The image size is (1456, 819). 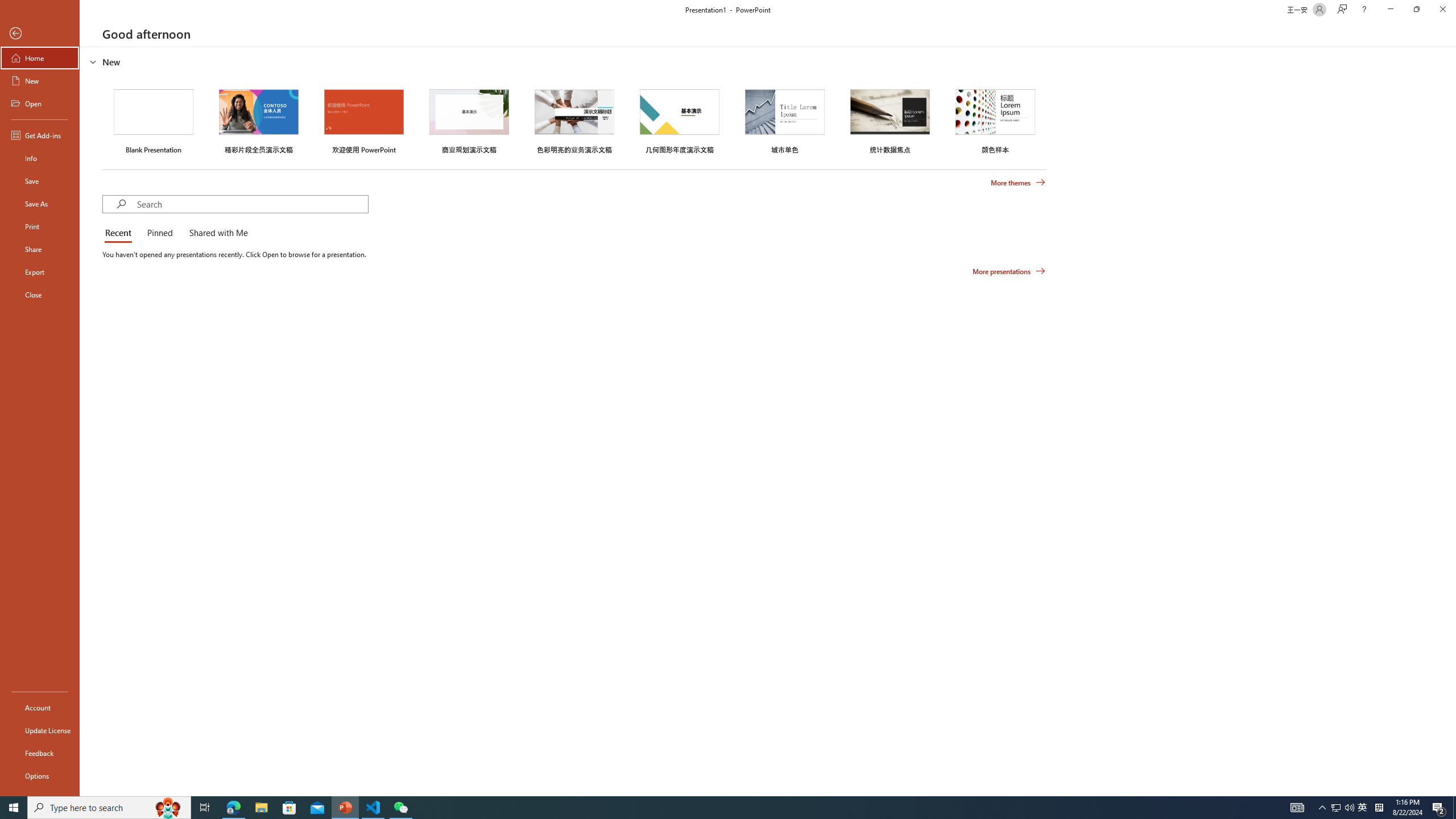 I want to click on 'More themes', so click(x=1017, y=183).